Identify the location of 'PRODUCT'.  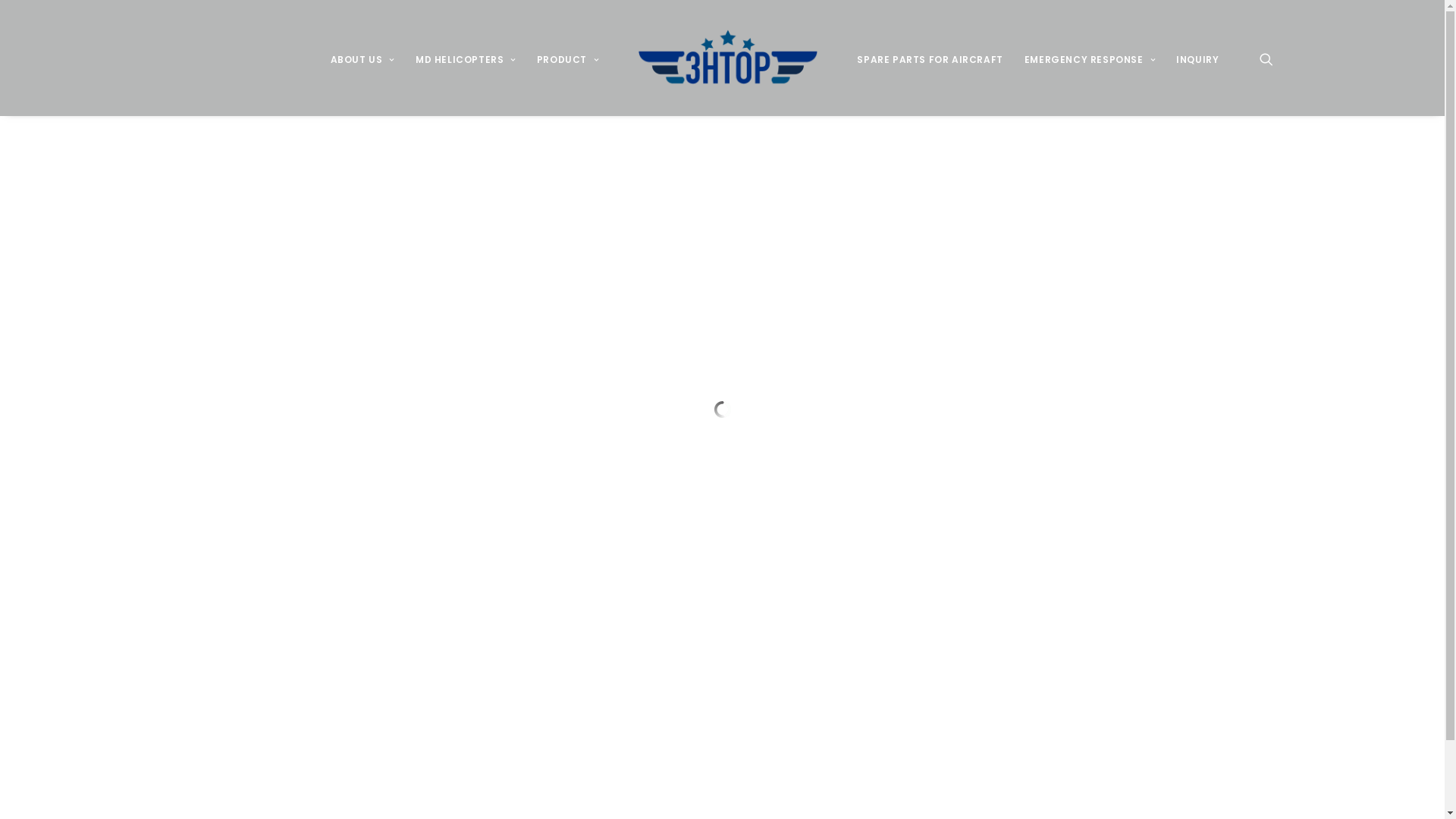
(566, 57).